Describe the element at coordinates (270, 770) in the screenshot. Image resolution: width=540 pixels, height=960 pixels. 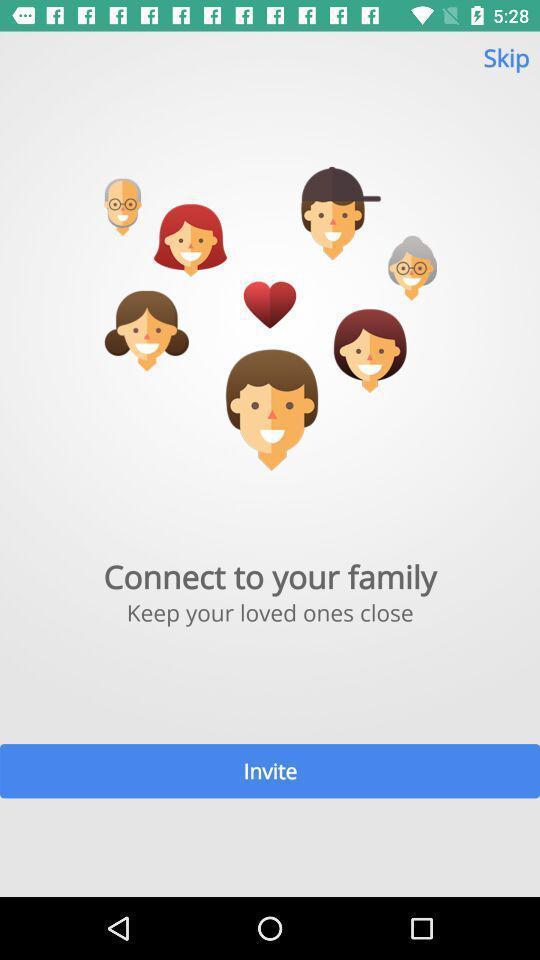
I see `item below keep your loved item` at that location.